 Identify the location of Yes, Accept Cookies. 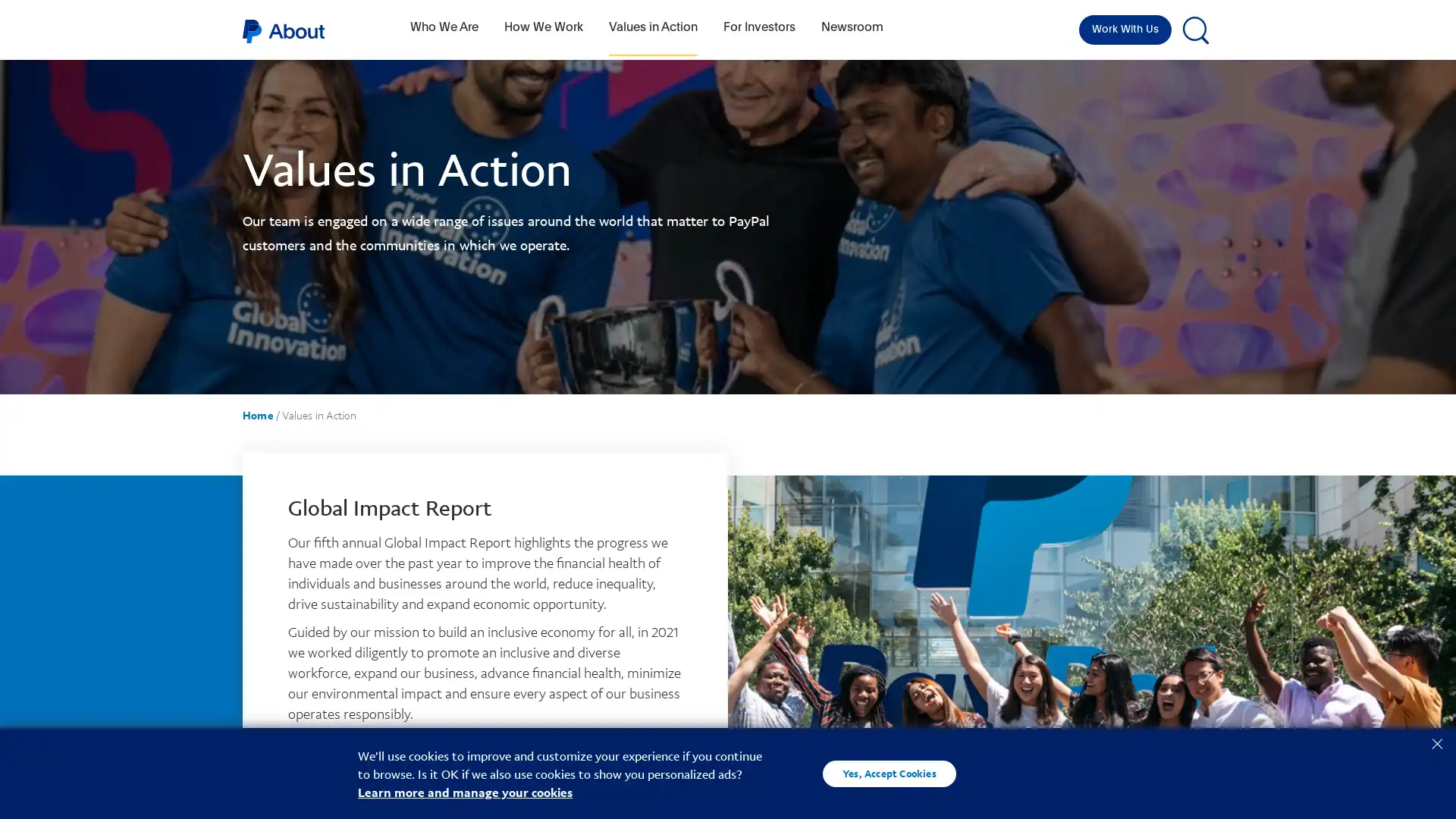
(889, 773).